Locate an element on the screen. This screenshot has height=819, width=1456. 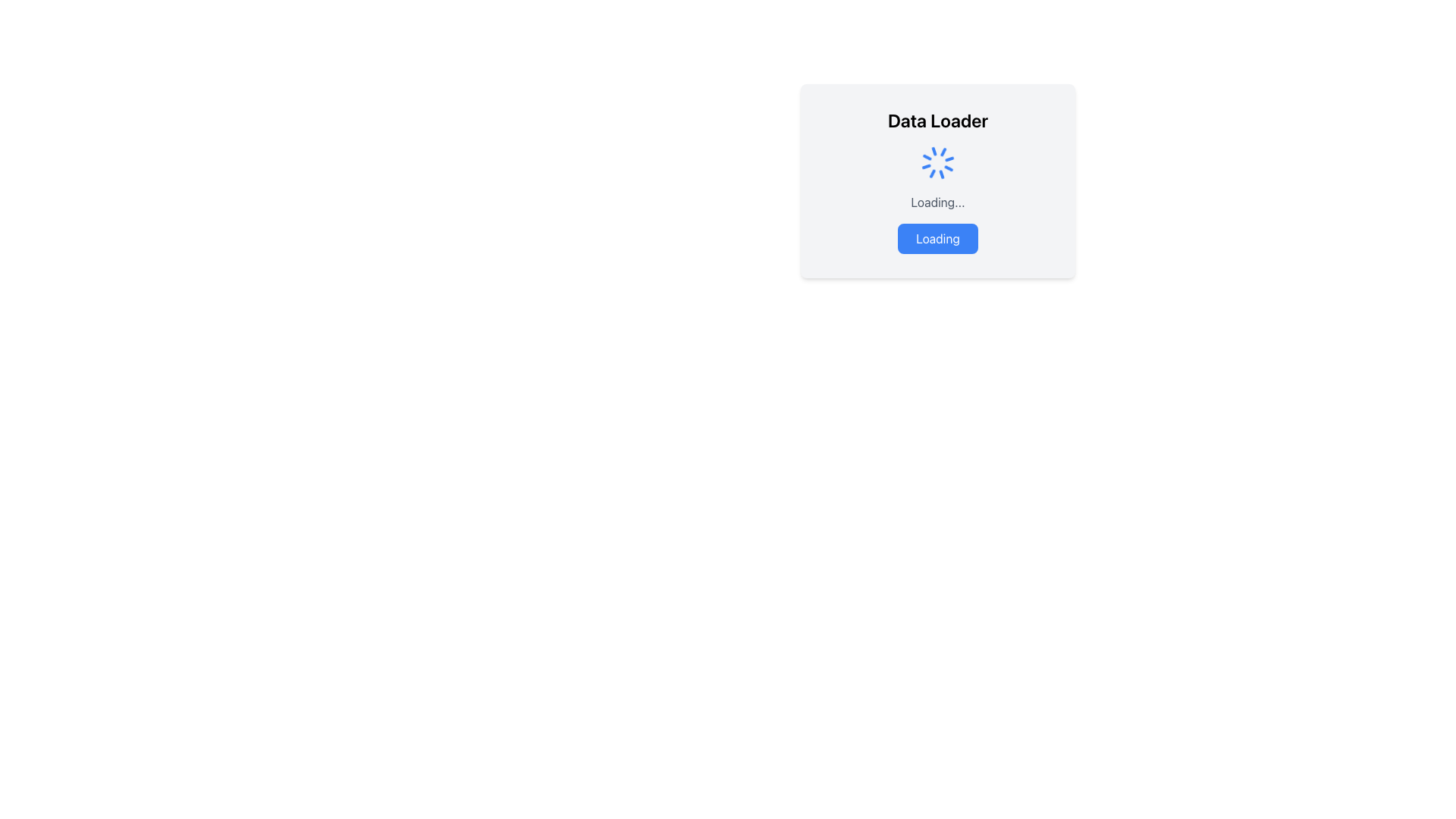
the static text label indicating loading status, which is located within the 'Data Loader' component, positioned centrally beneath the spinning loader icon and above the 'Loading' button is located at coordinates (937, 201).